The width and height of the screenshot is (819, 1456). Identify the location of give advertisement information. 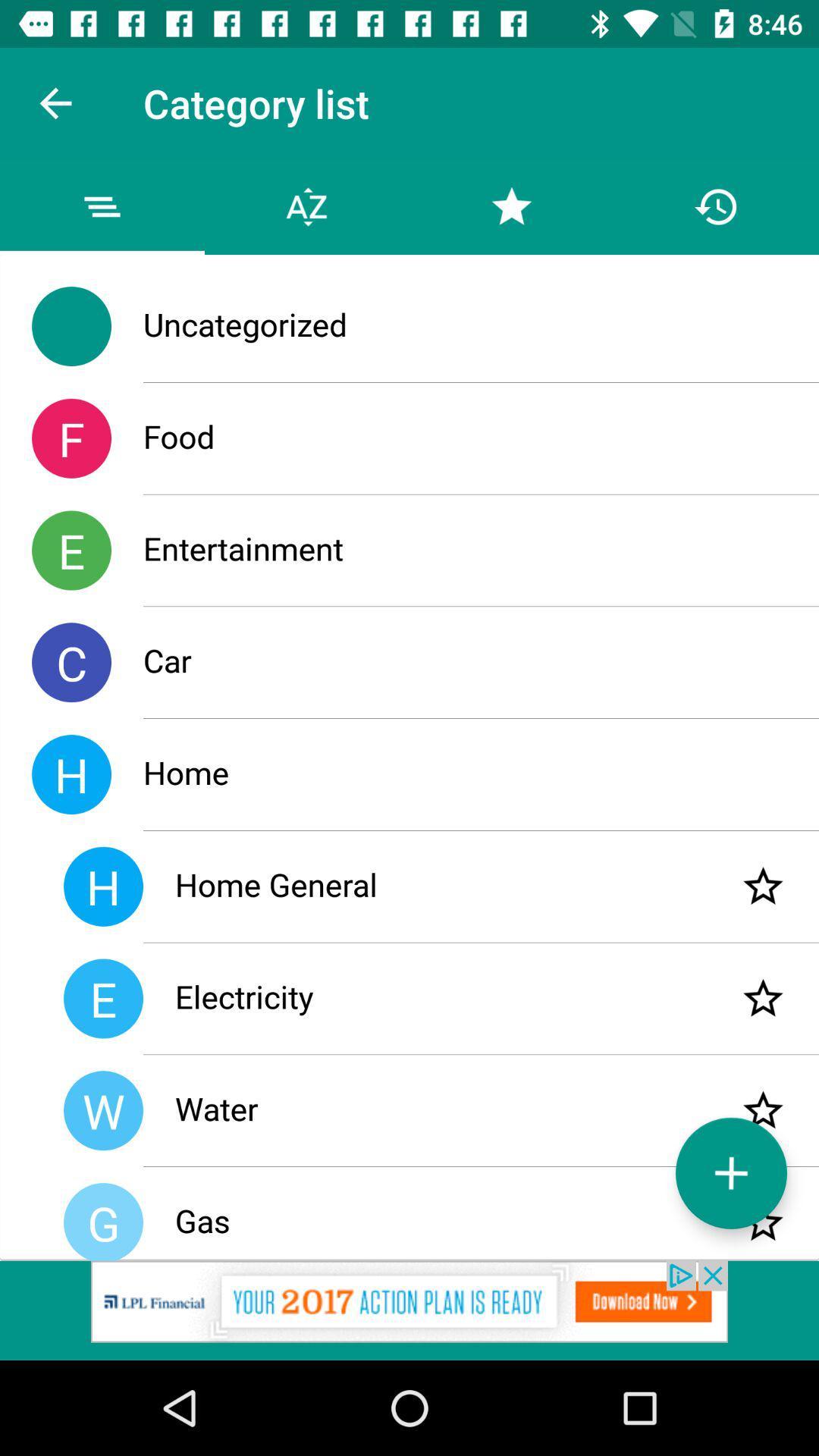
(409, 1310).